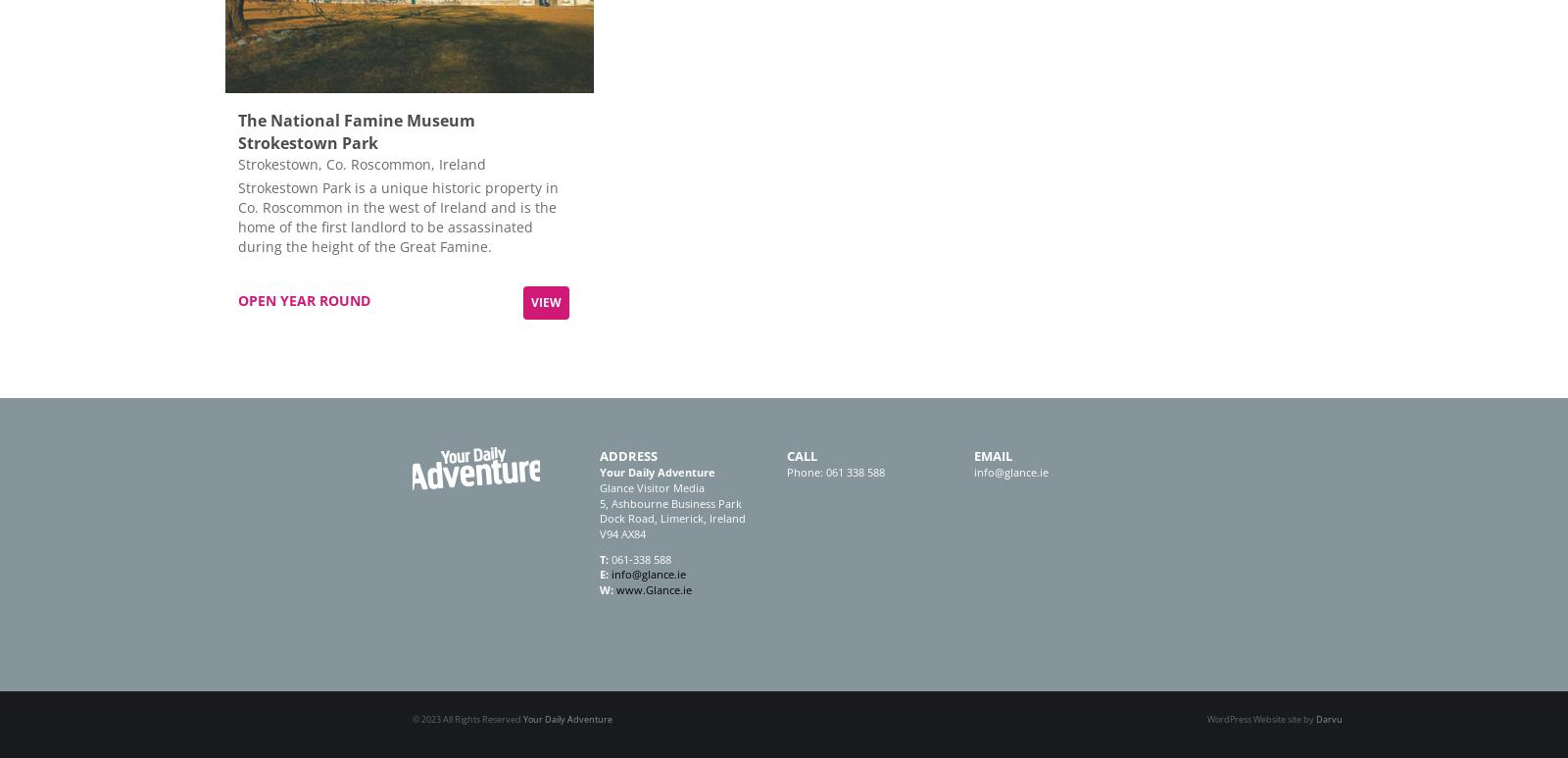 The width and height of the screenshot is (1568, 758). Describe the element at coordinates (356, 130) in the screenshot. I see `'The National Famine Museum Strokestown Park'` at that location.